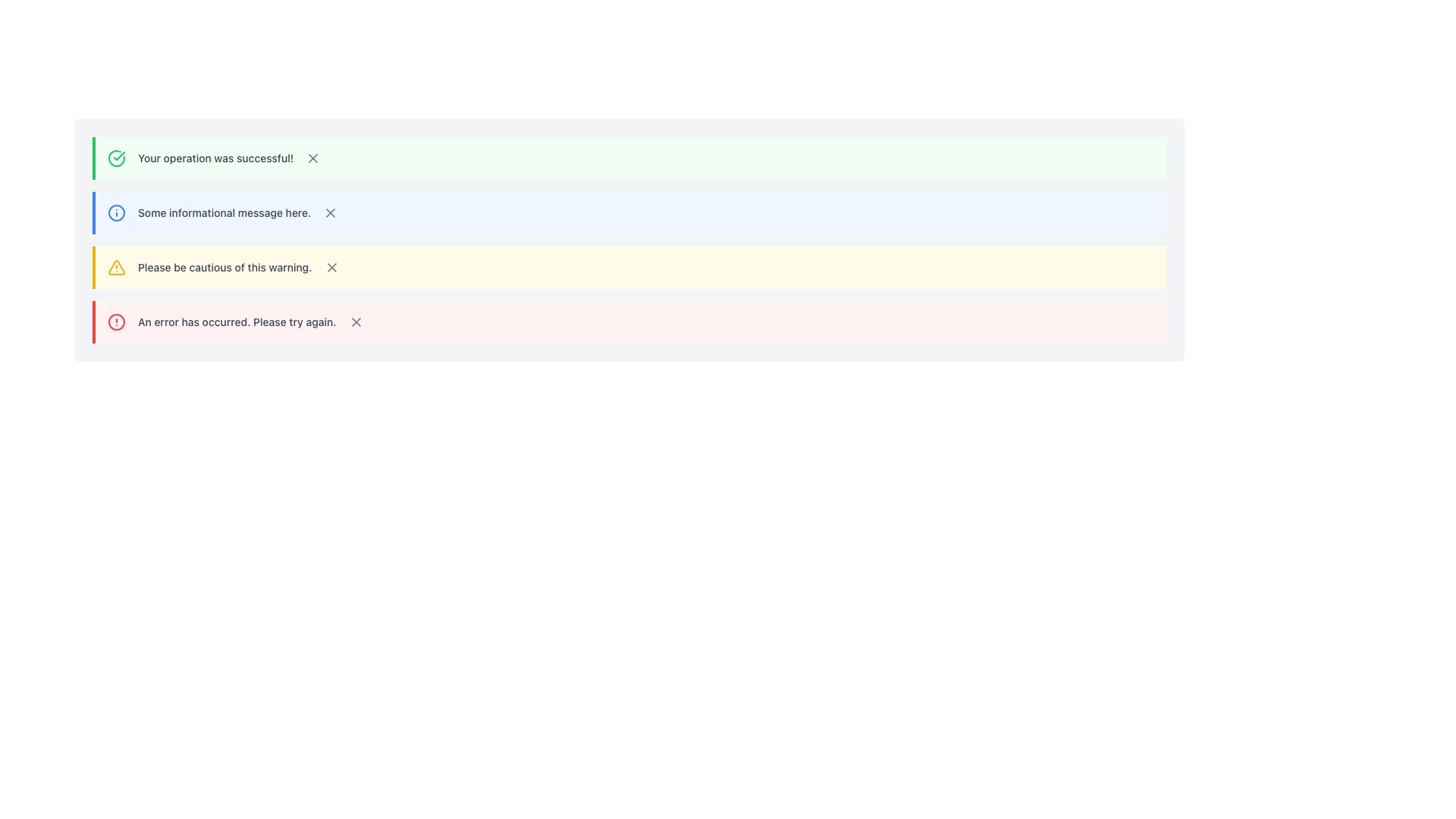  What do you see at coordinates (115, 213) in the screenshot?
I see `the circular information icon with a blue outline and white background, located in the second row of the notification list, to the left of the text 'Some informational message here.'` at bounding box center [115, 213].